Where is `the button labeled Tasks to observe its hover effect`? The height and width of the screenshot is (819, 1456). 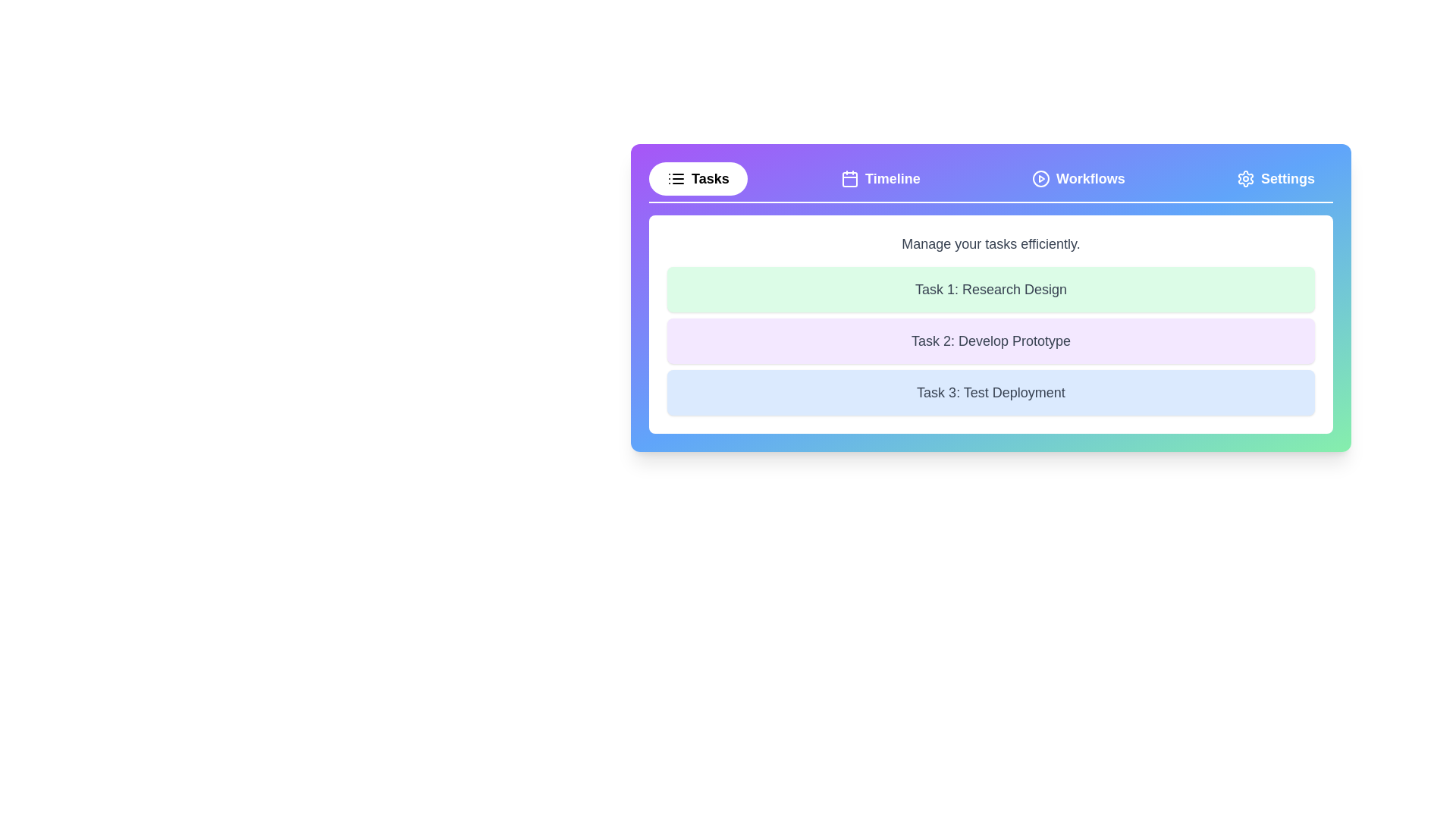
the button labeled Tasks to observe its hover effect is located at coordinates (697, 177).